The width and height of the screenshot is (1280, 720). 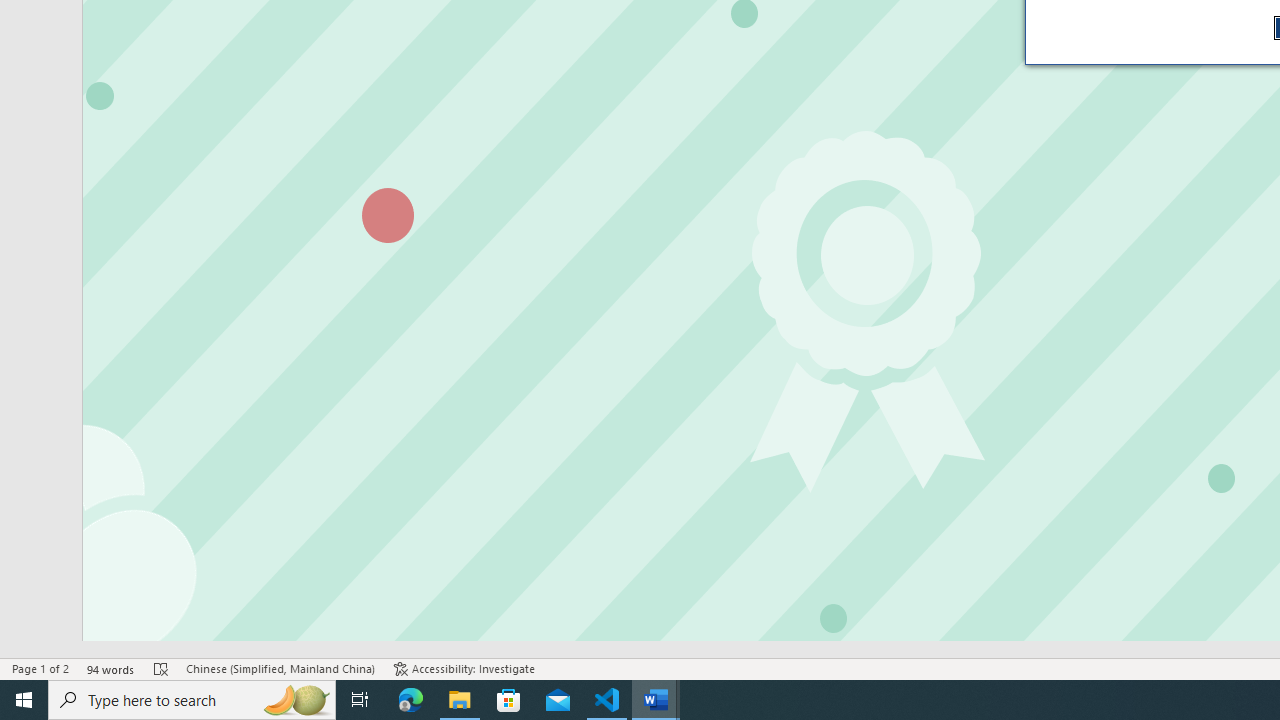 I want to click on 'Word Count 94 words', so click(x=110, y=669).